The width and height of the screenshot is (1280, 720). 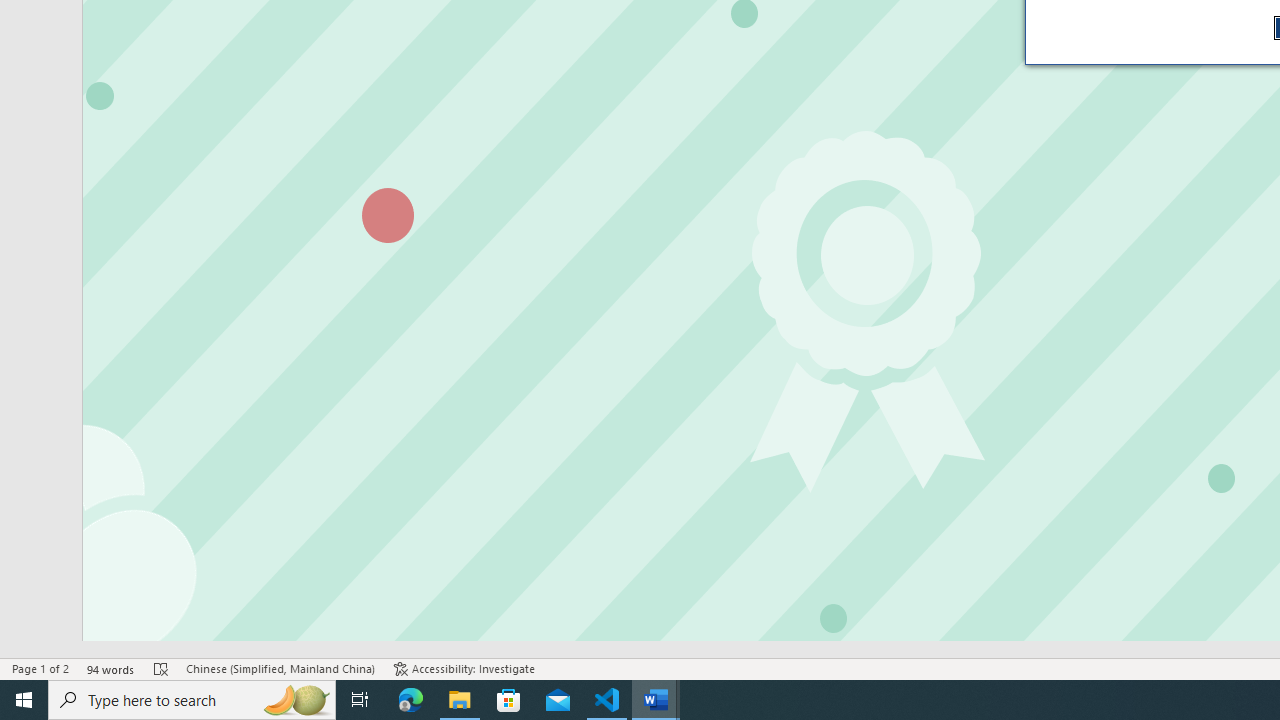 I want to click on 'Word Count 94 words', so click(x=110, y=669).